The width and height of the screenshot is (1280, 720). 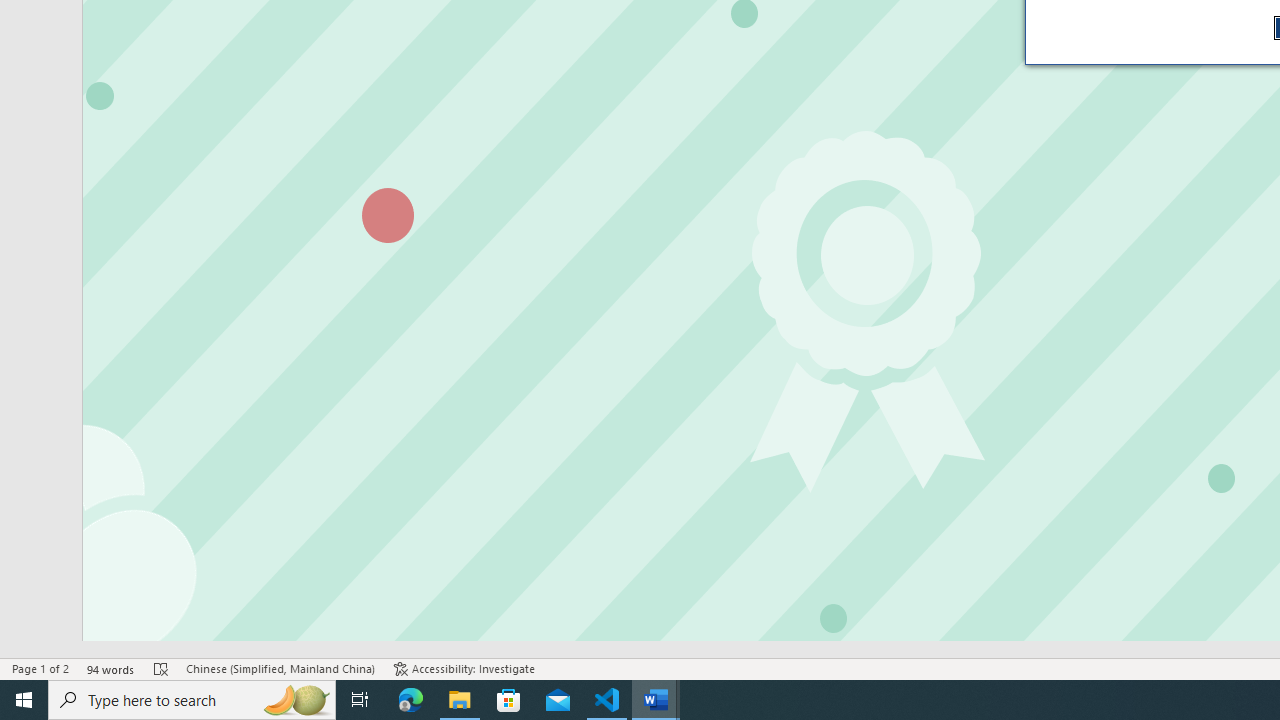 I want to click on 'Word Count 94 words', so click(x=110, y=669).